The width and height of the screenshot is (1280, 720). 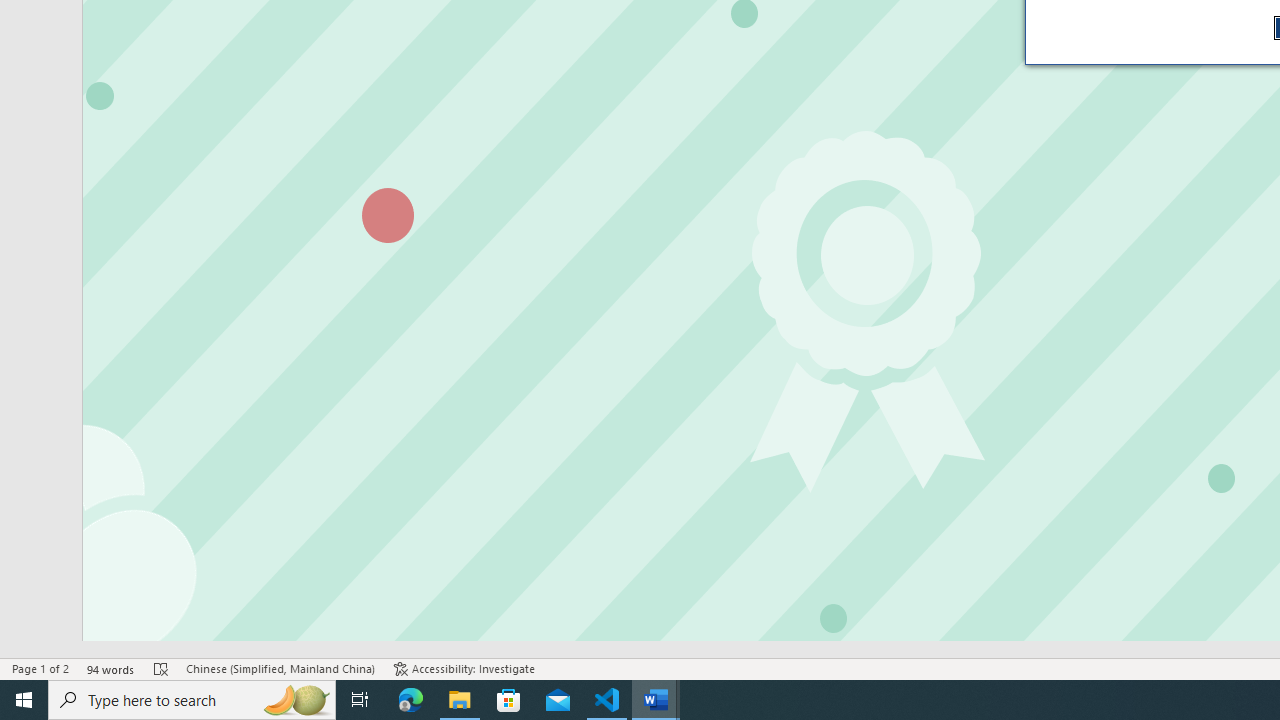 I want to click on 'Word Count 94 words', so click(x=110, y=669).